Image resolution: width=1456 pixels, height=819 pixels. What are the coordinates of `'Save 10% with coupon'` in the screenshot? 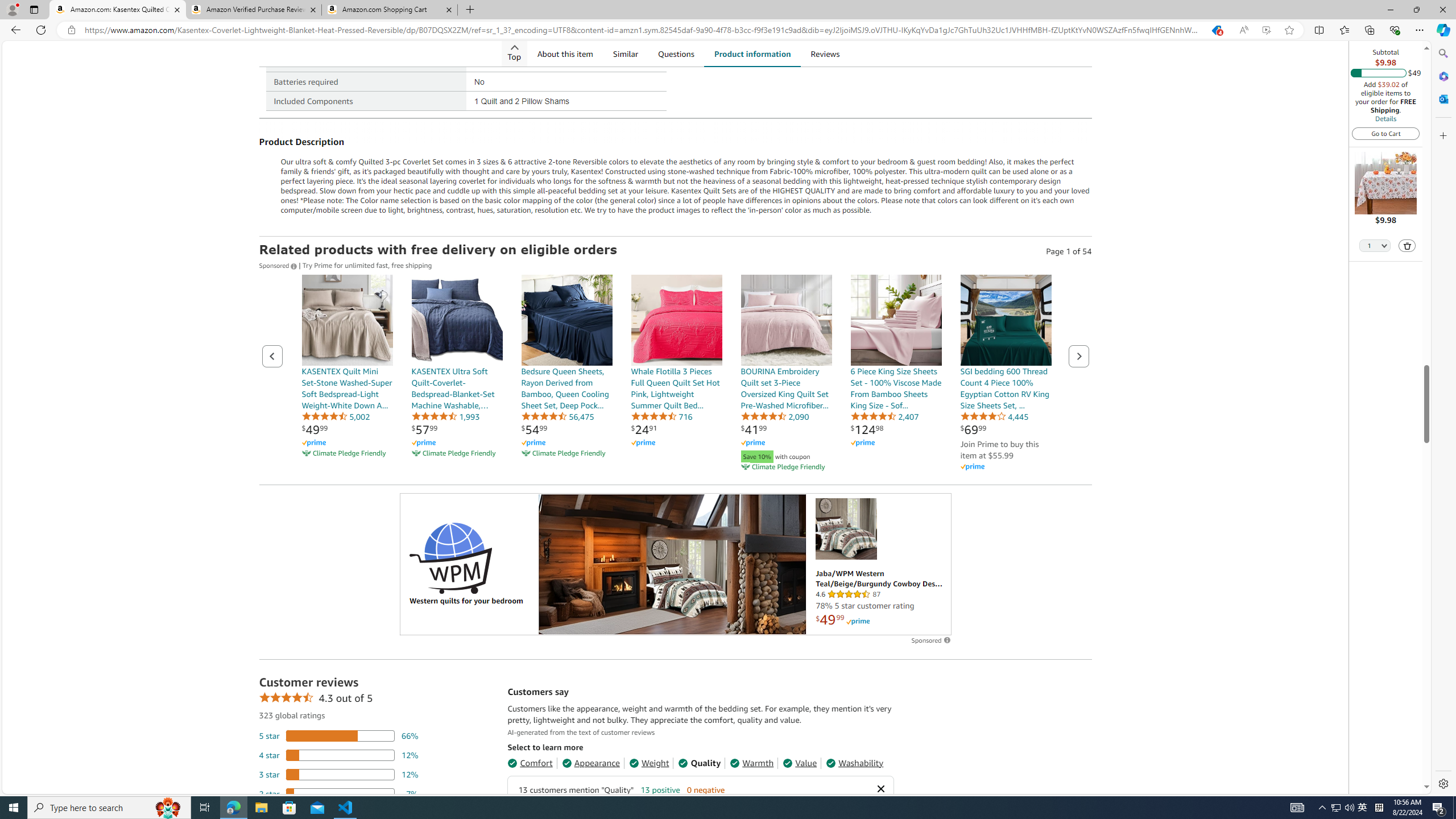 It's located at (785, 455).